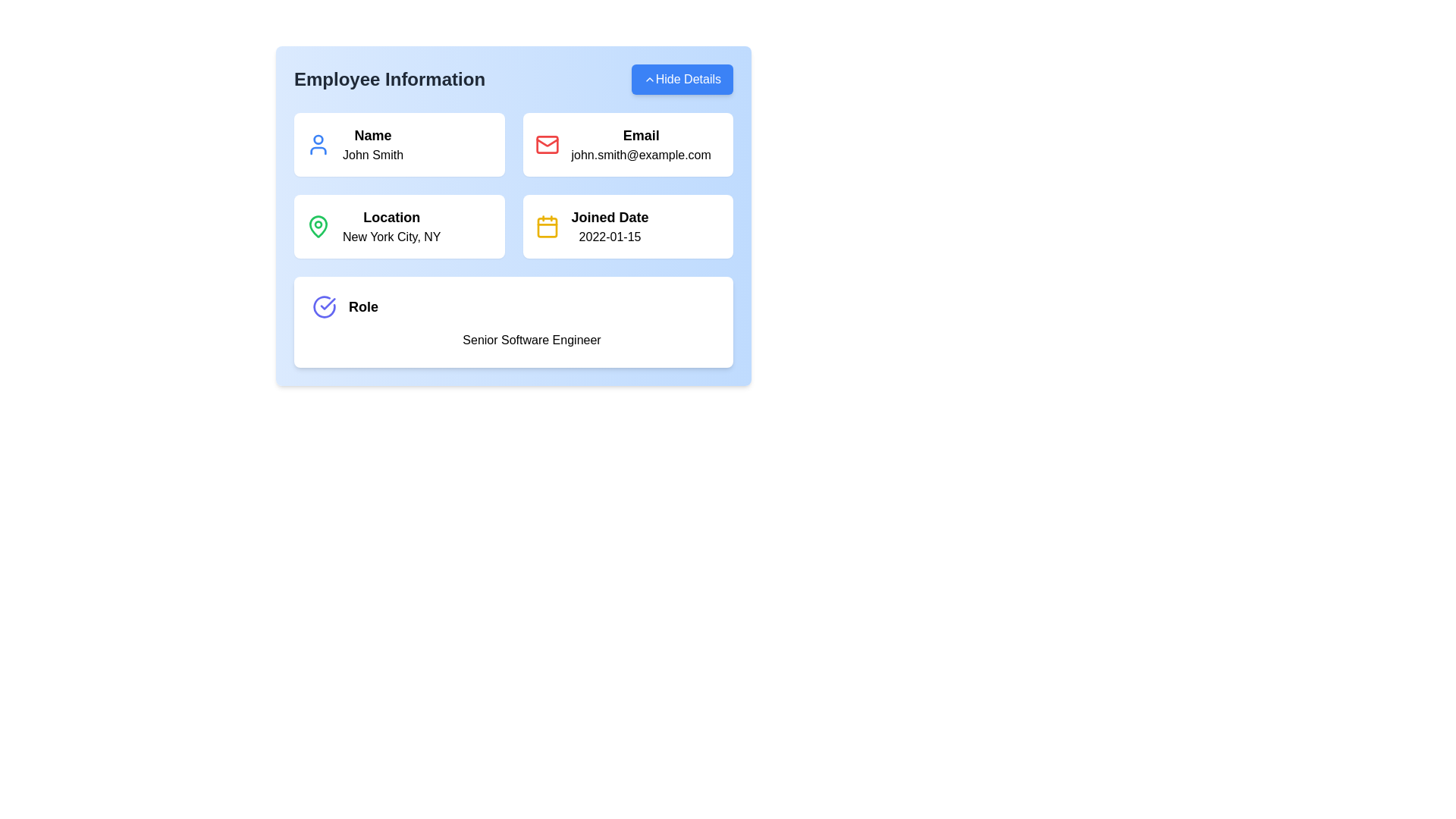 The height and width of the screenshot is (819, 1456). I want to click on the email icon located in the second box from the top-right under 'Employee Information', which visually represents an email and is aligned to the left of the text 'Email', so click(546, 145).